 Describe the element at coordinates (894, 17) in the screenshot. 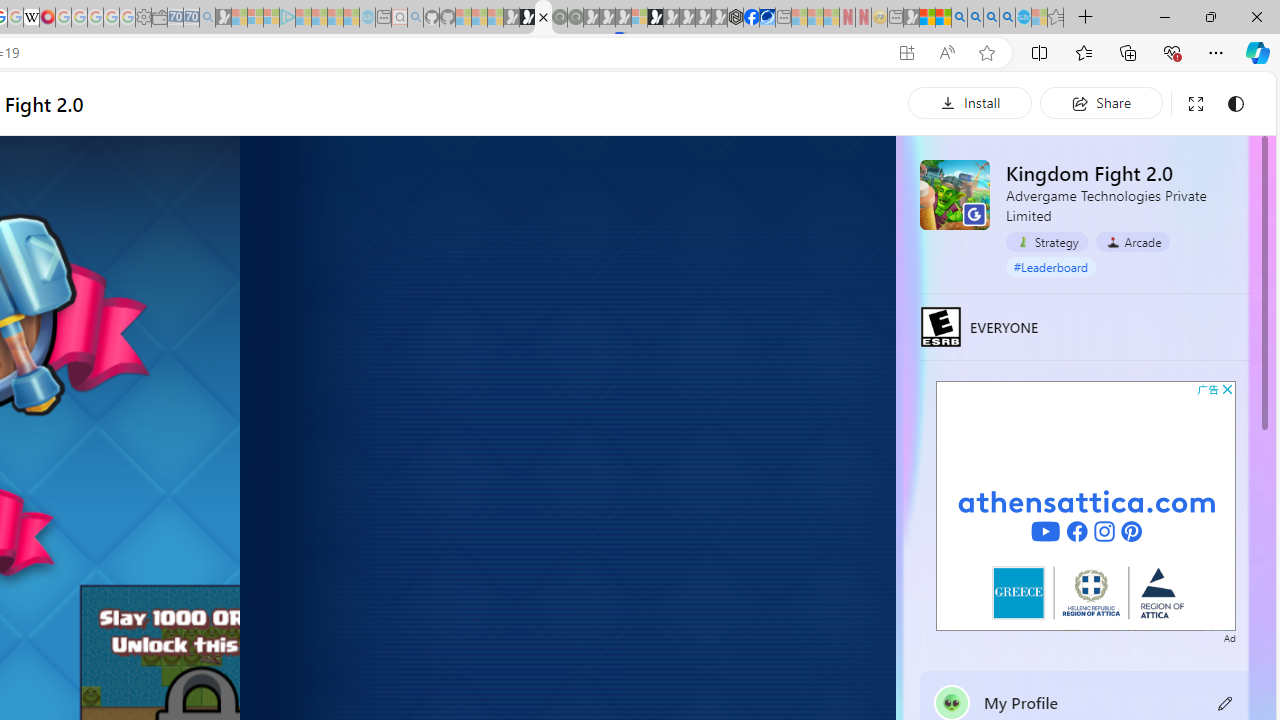

I see `'New tab - Sleeping'` at that location.